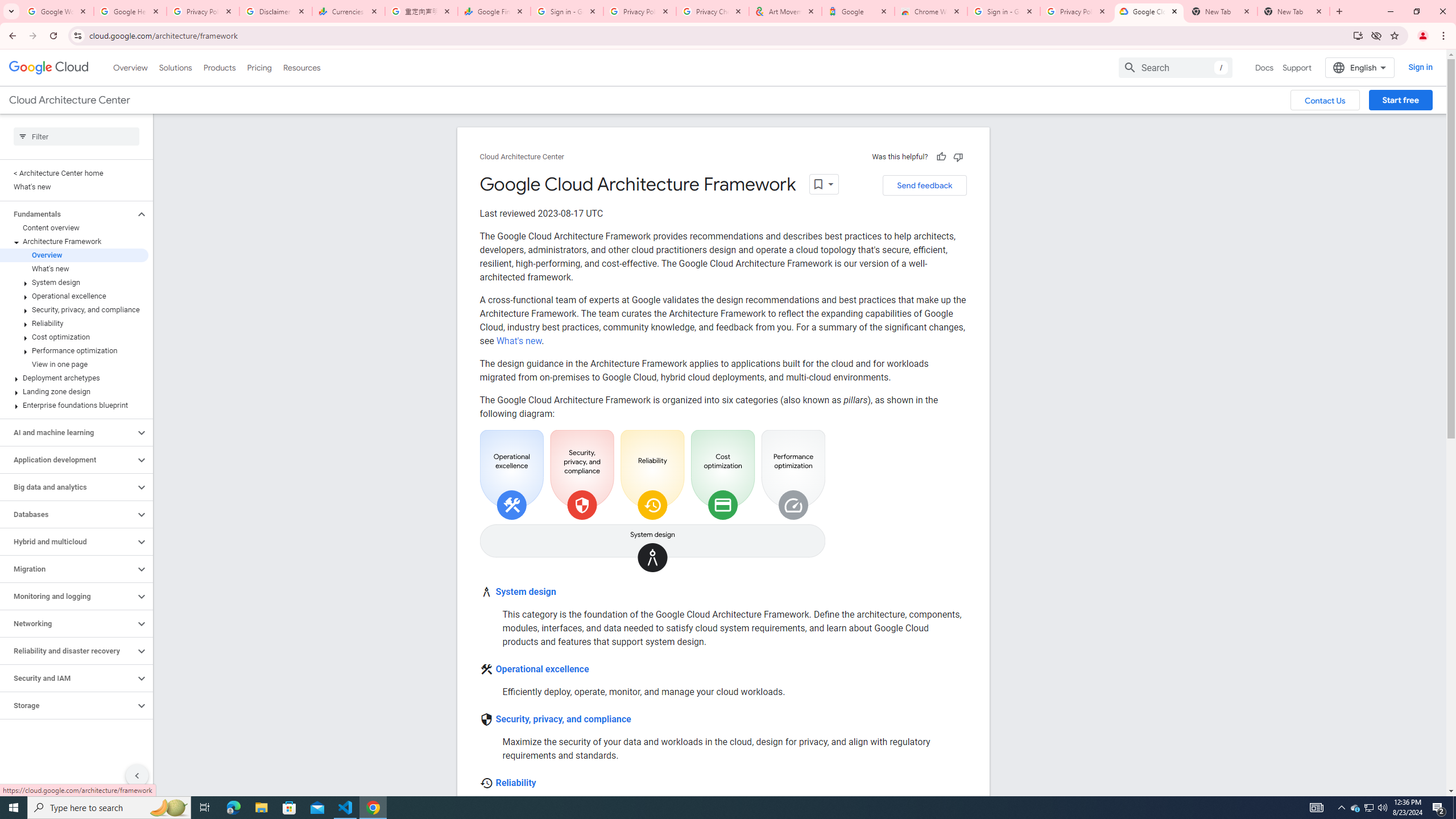 This screenshot has height=819, width=1456. What do you see at coordinates (930, 11) in the screenshot?
I see `'Chrome Web Store - Color themes by Chrome'` at bounding box center [930, 11].